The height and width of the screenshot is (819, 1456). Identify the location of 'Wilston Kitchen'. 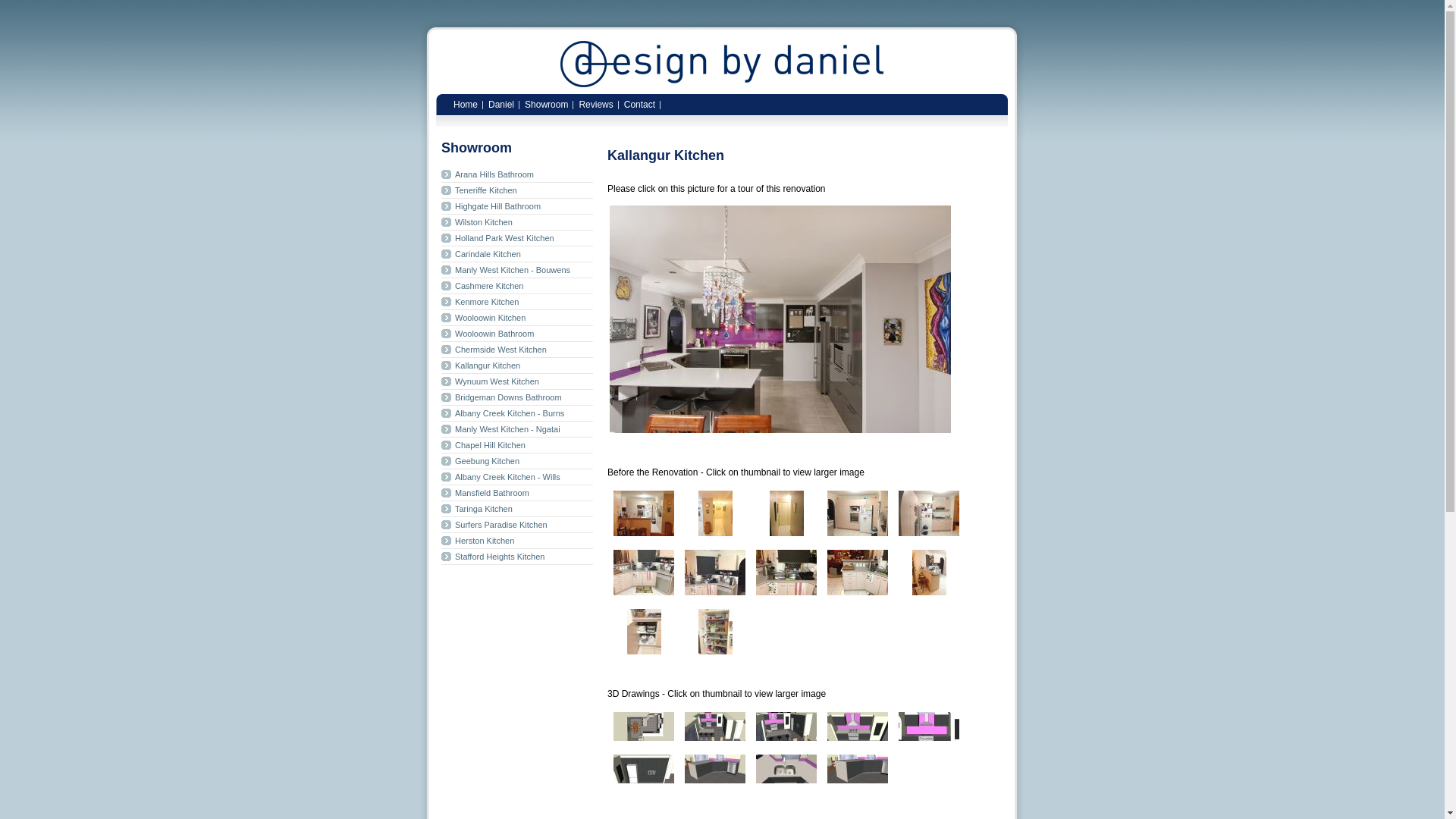
(516, 222).